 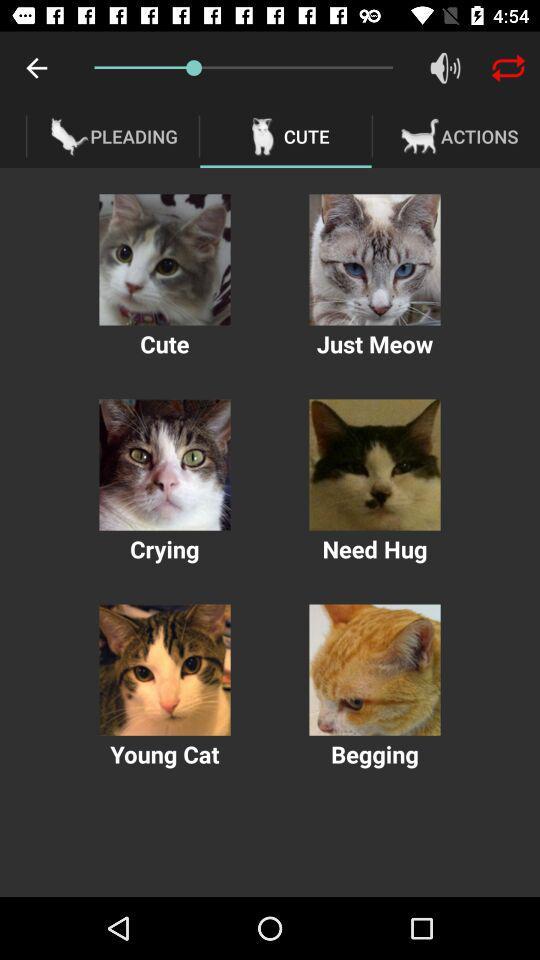 I want to click on this item, so click(x=374, y=465).